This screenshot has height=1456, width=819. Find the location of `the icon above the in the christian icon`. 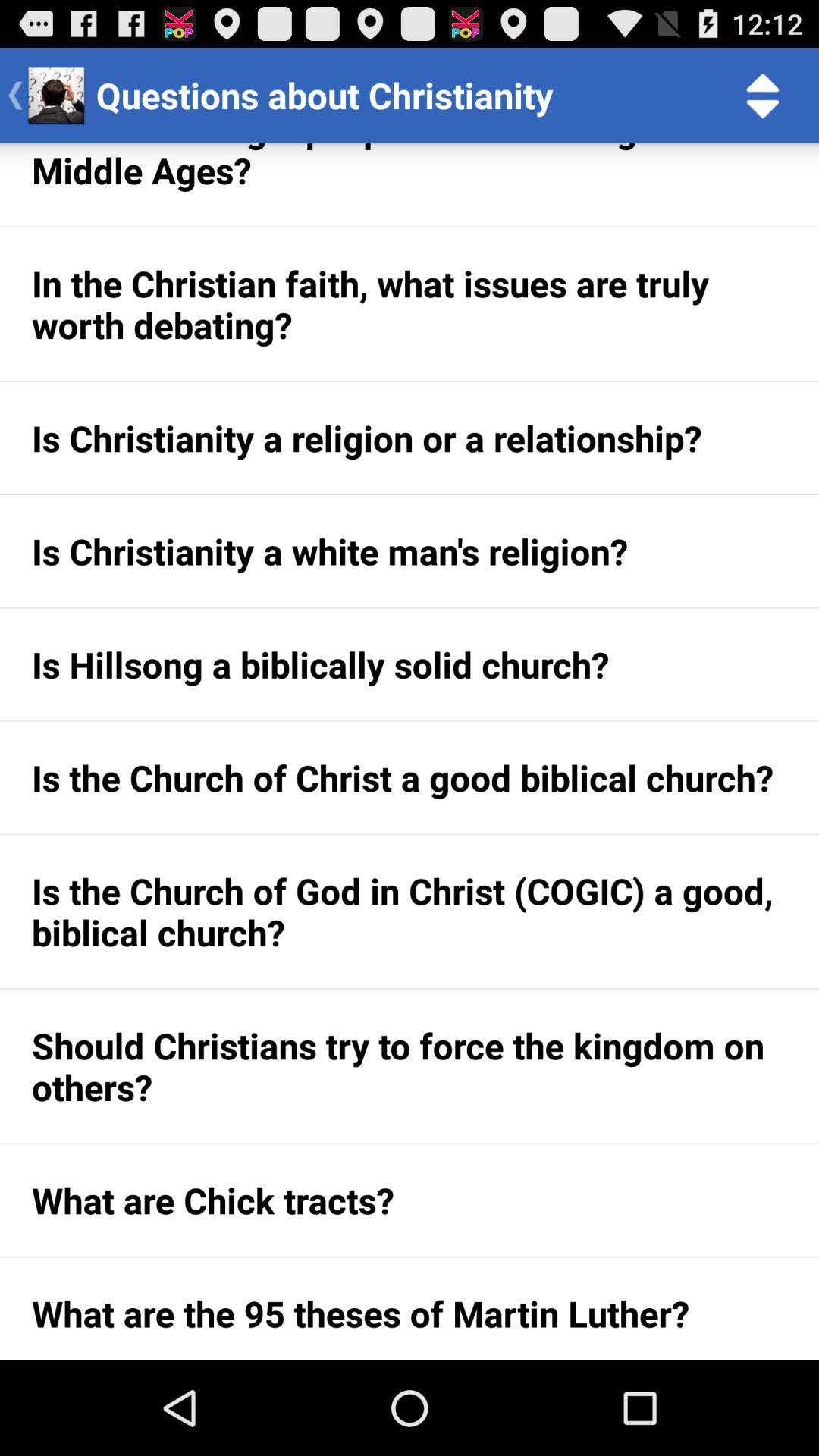

the icon above the in the christian icon is located at coordinates (409, 184).